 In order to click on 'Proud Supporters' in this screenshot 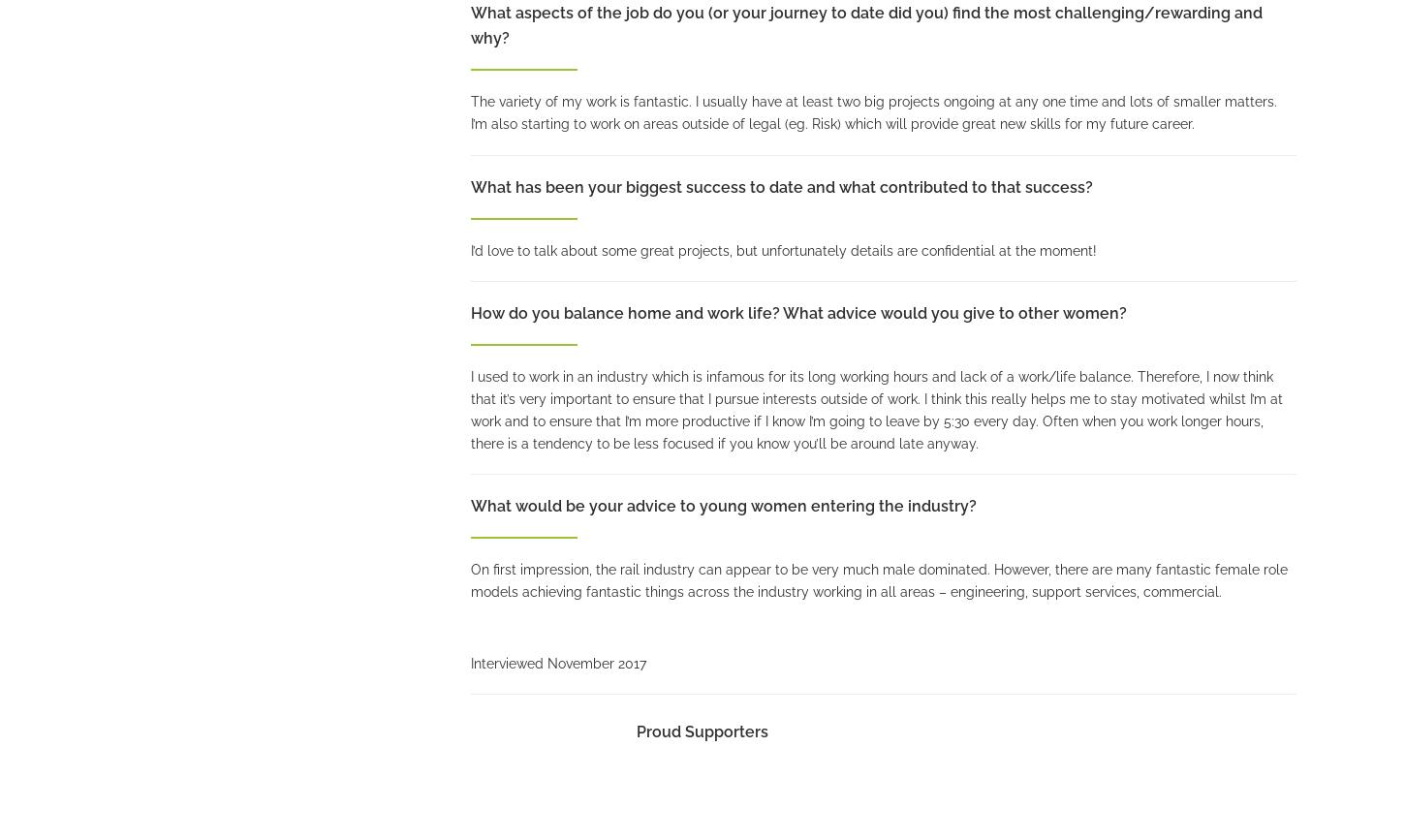, I will do `click(702, 731)`.